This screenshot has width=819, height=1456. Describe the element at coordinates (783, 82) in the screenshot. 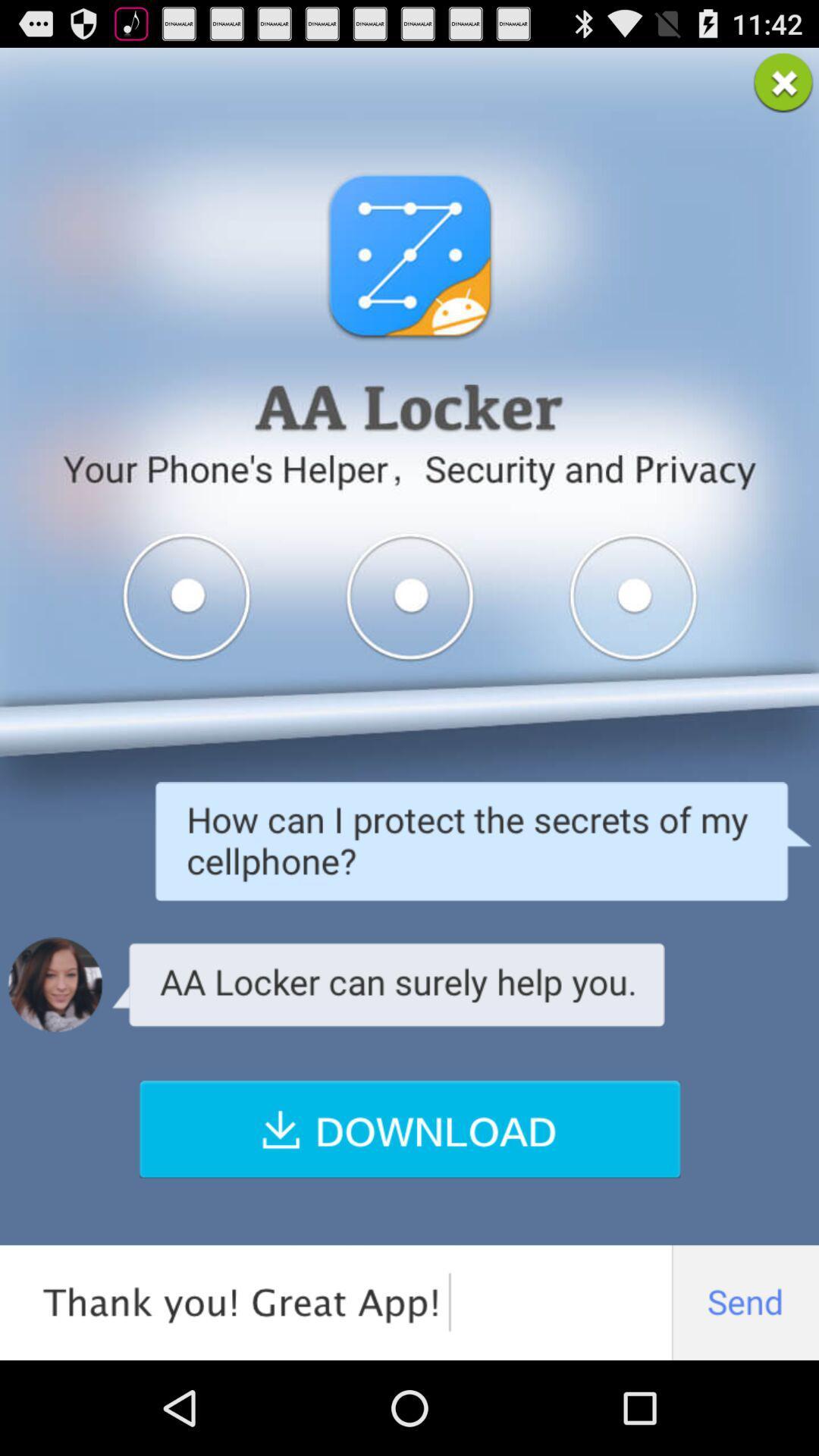

I see `this tab` at that location.